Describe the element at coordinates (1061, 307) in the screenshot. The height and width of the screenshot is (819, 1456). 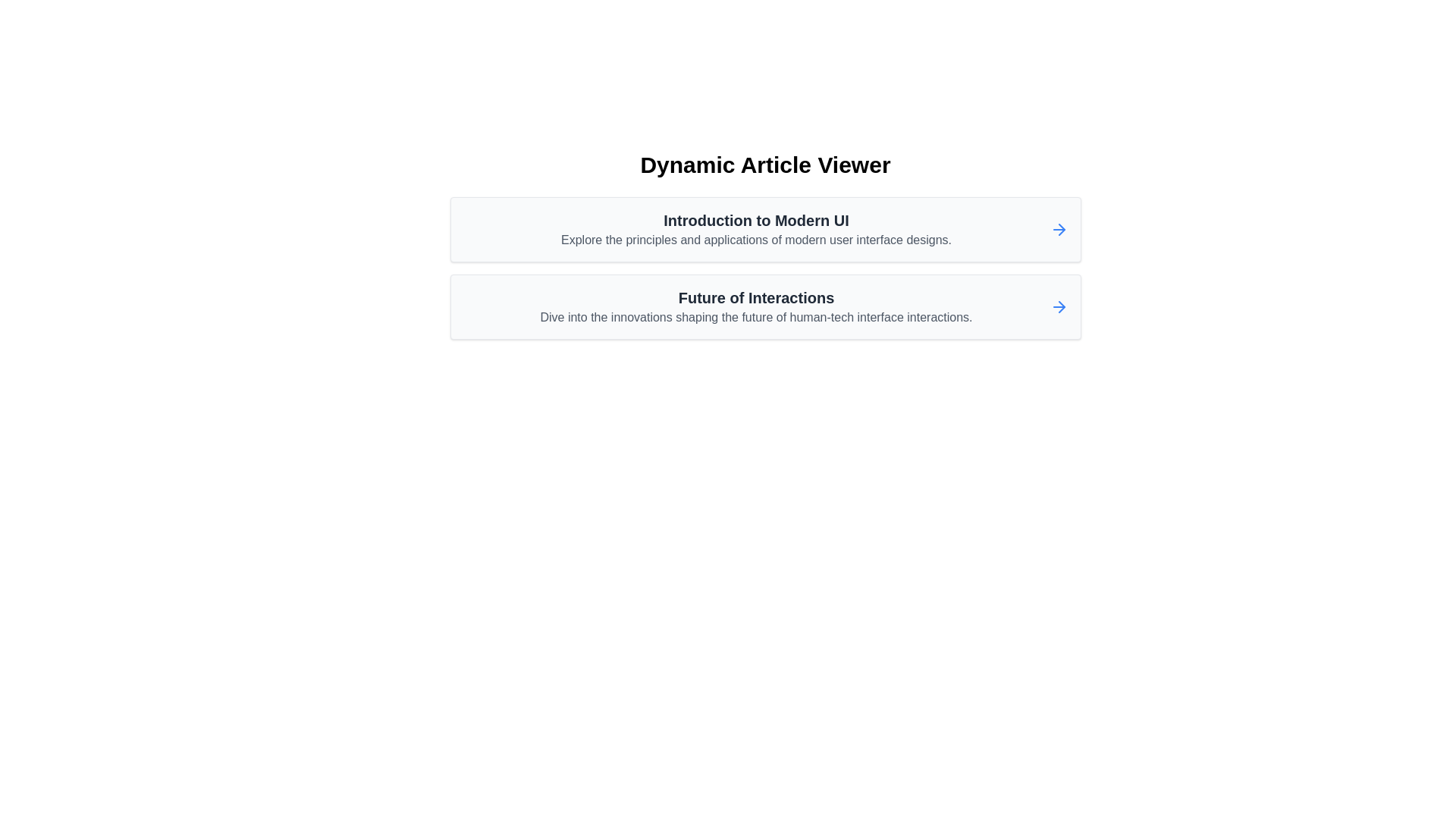
I see `the navigation icon located on the right side of the second item in the list, adjacent to the 'Future of Interactions' text` at that location.